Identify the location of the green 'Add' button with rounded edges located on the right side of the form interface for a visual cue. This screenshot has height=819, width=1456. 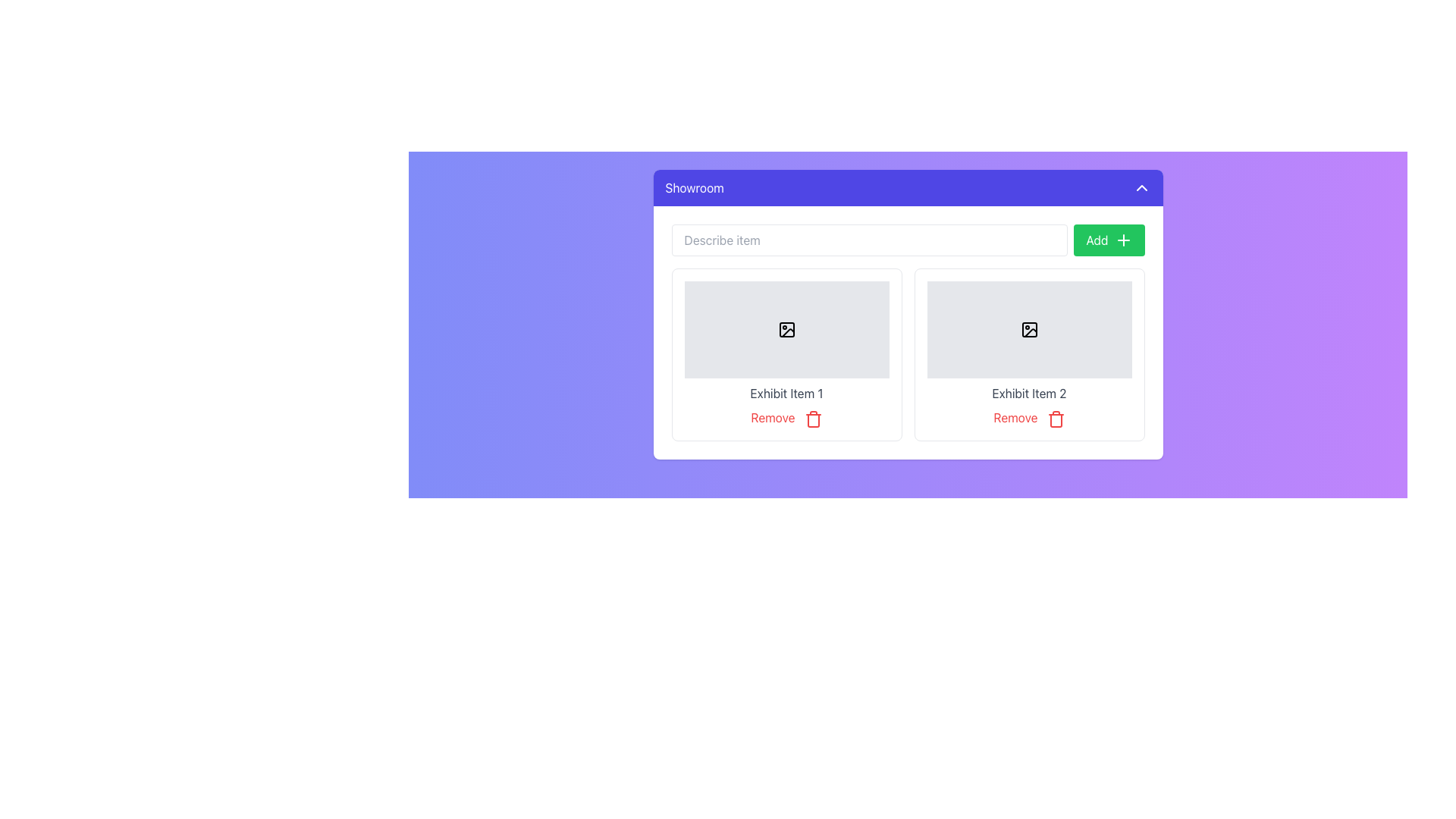
(1109, 239).